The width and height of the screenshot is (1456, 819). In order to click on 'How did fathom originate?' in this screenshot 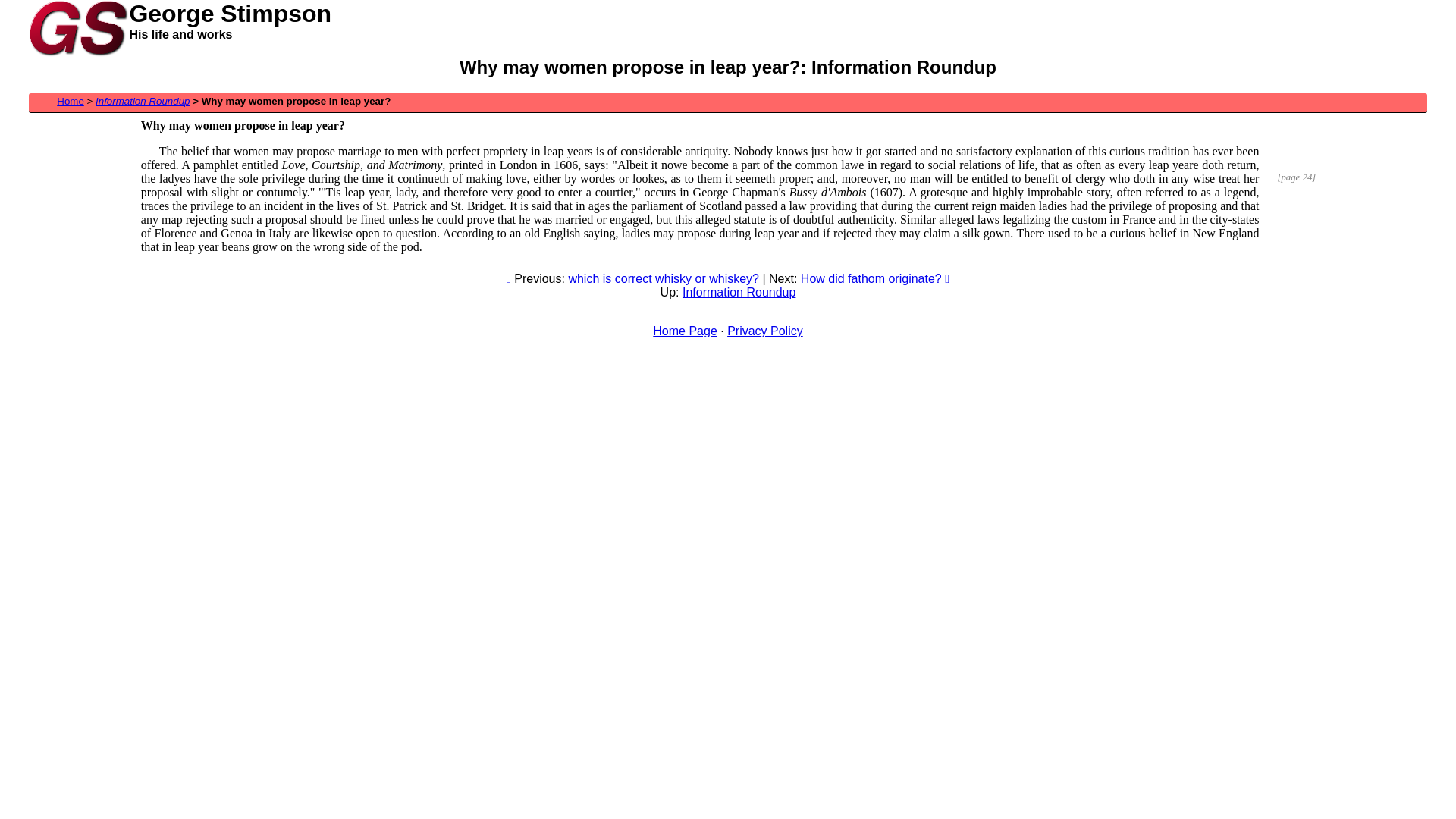, I will do `click(871, 278)`.